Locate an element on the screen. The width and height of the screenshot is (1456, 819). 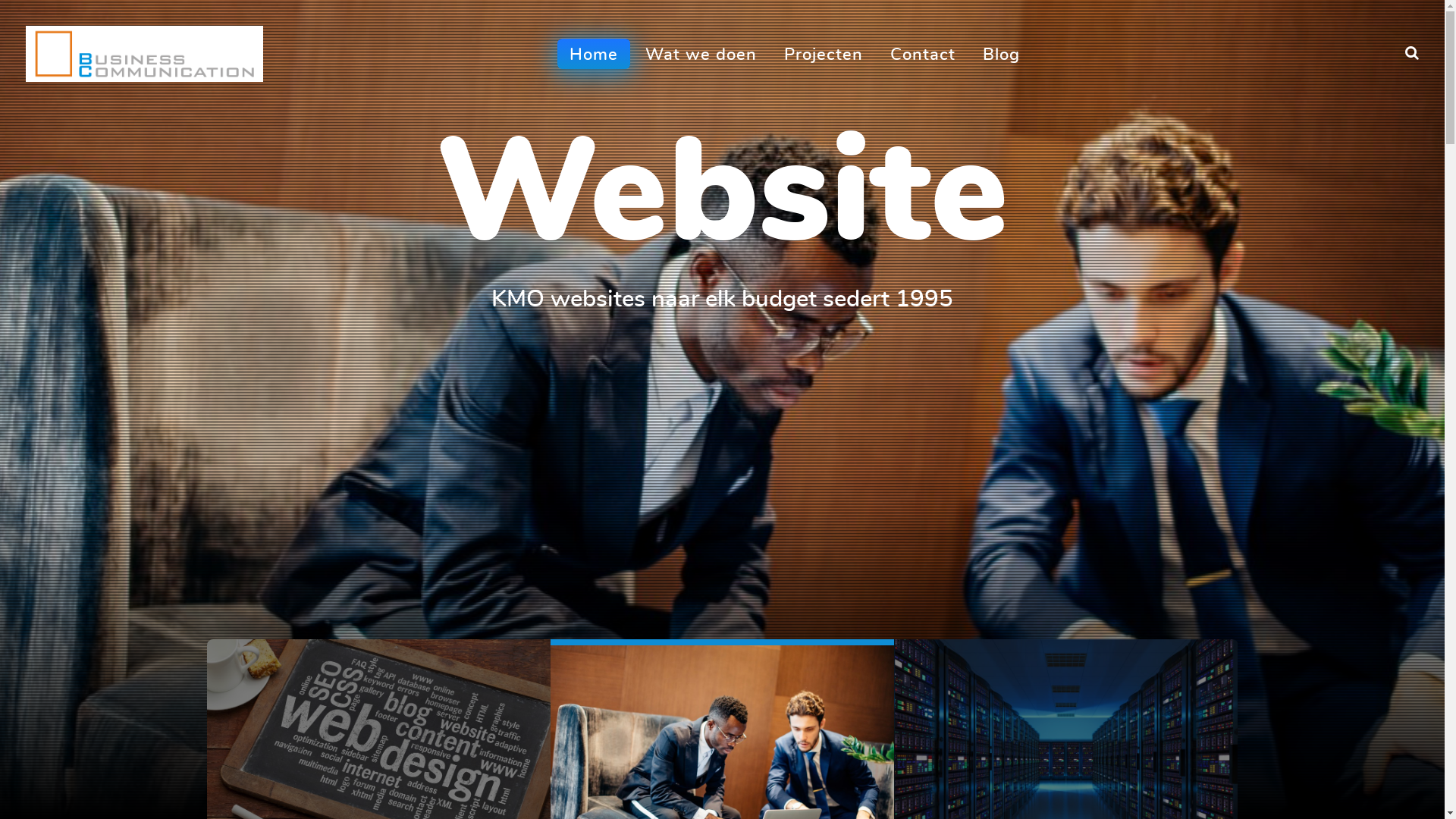
'Projecten' is located at coordinates (822, 52).